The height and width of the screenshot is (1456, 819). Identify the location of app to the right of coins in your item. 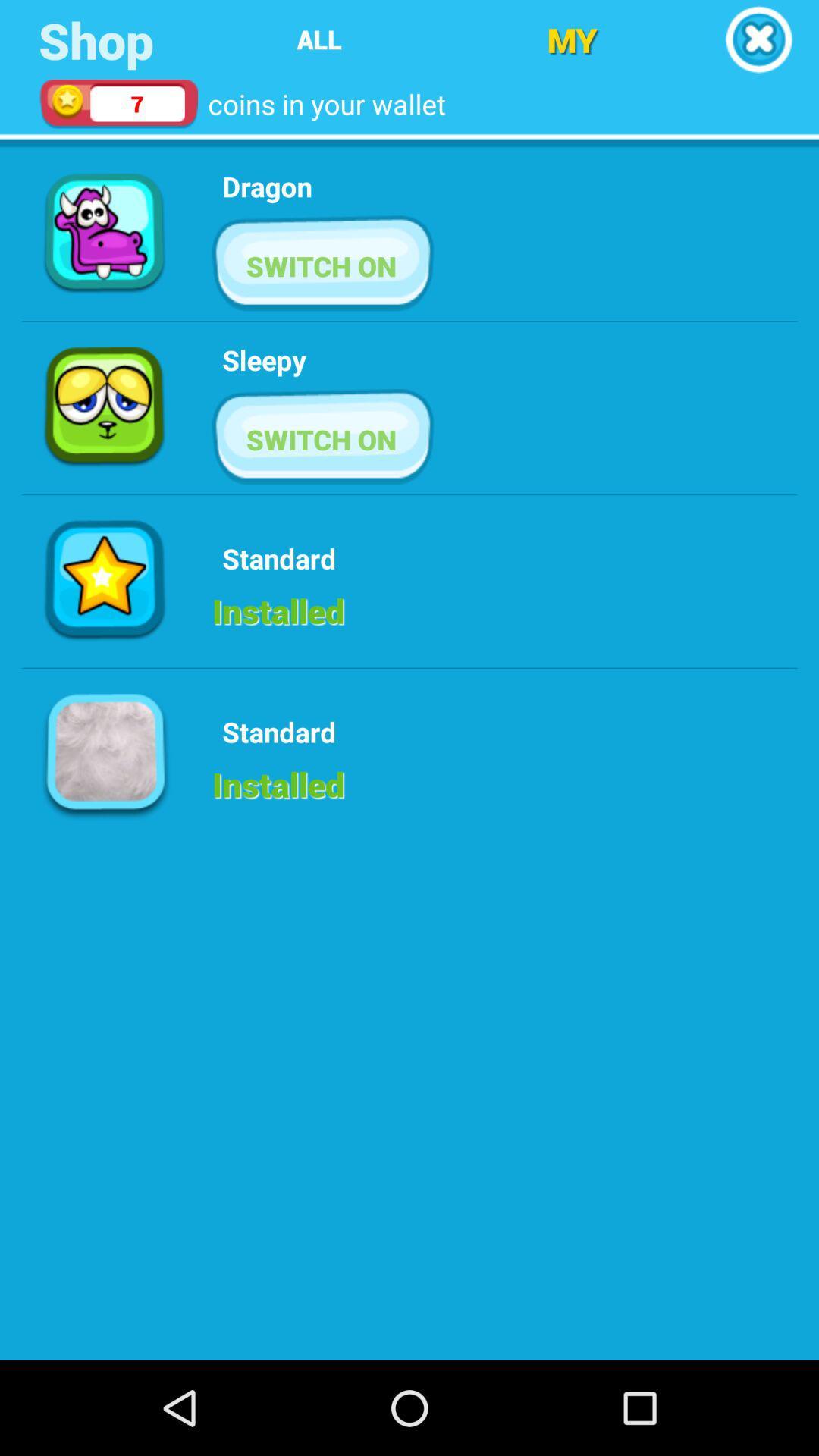
(572, 39).